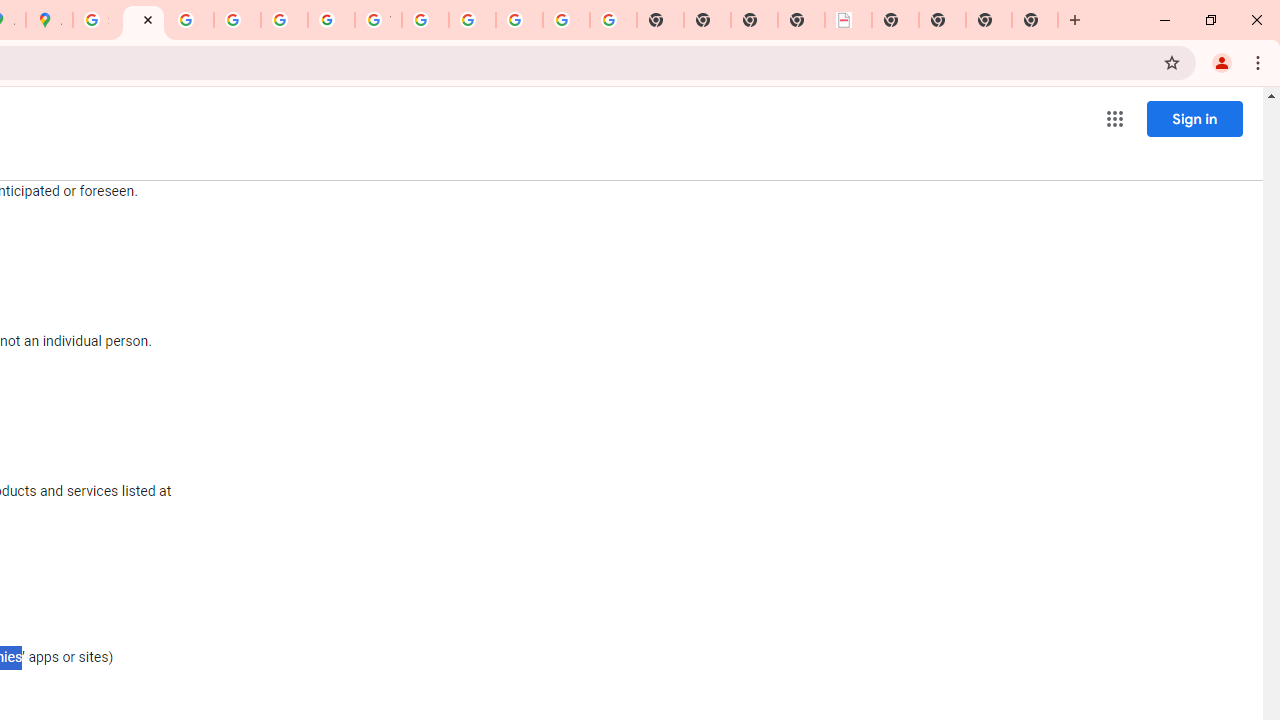 This screenshot has width=1280, height=720. I want to click on 'New Tab', so click(1035, 20).